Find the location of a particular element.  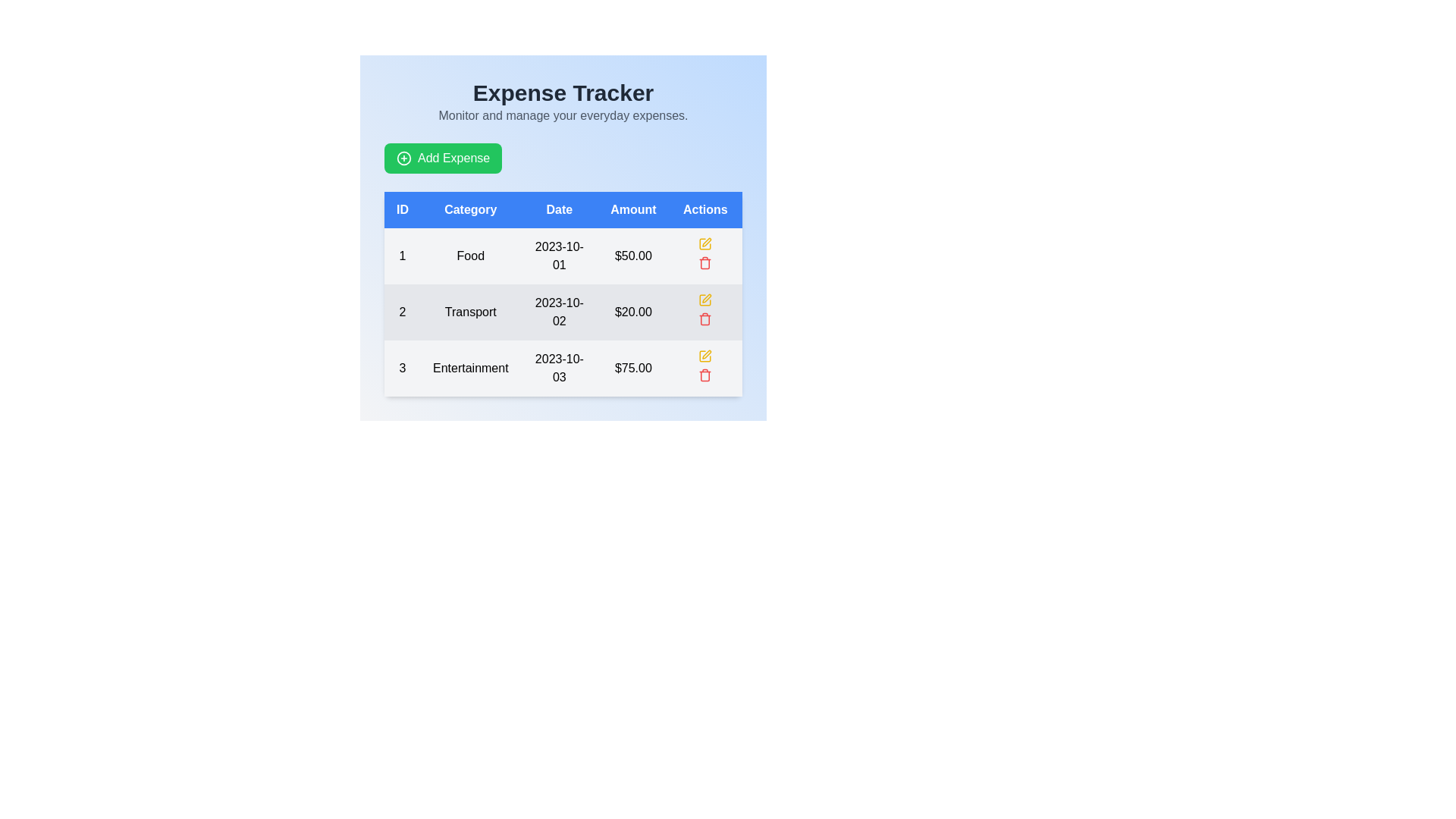

the Text label in the first column of the third row of the 'Expense Tracker' table to identify the corresponding row is located at coordinates (403, 369).